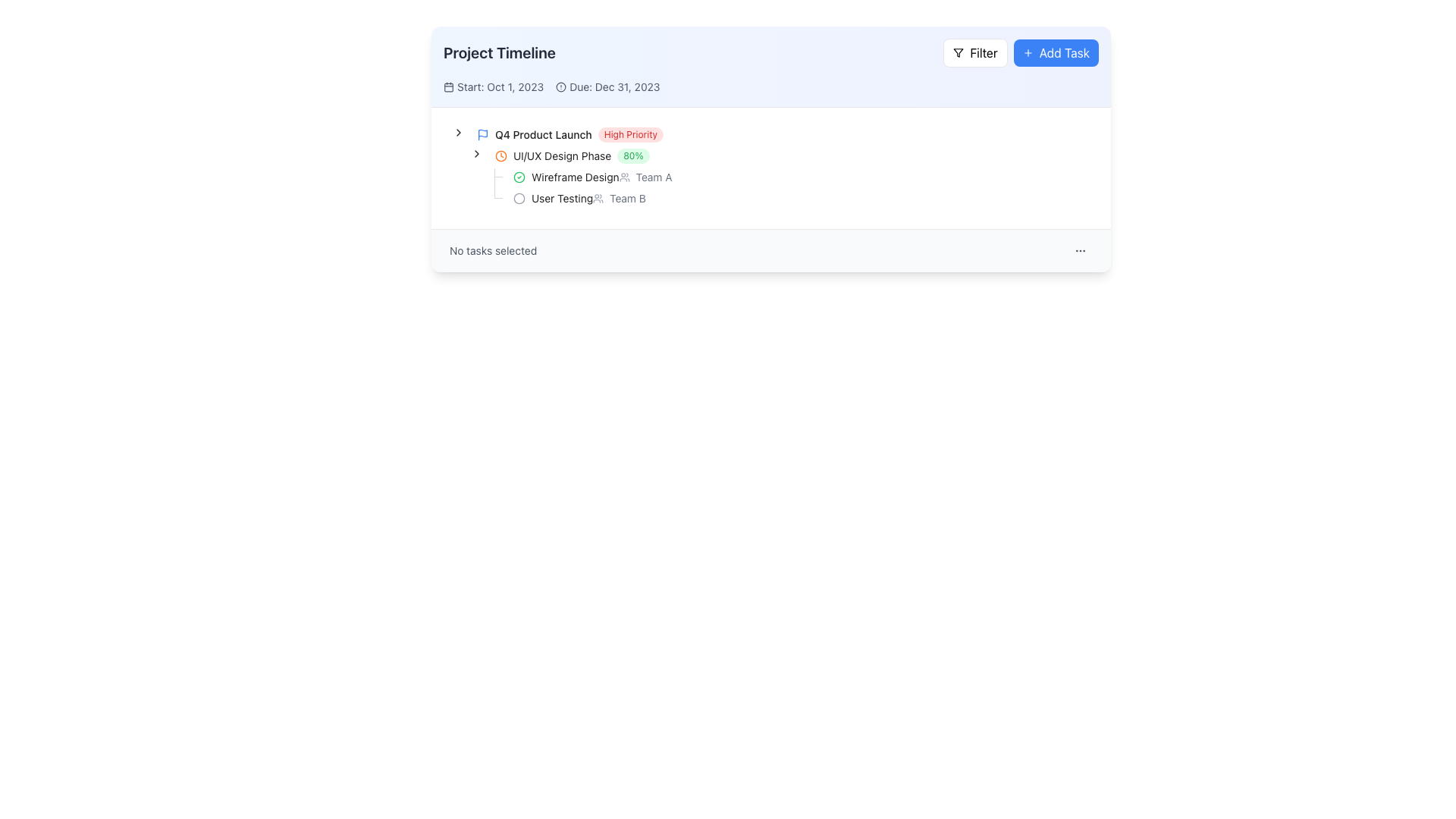  I want to click on the team icon indicating 'Team B' in the 'User Testing' row under the 'UI/UX Design Phase' section, so click(598, 198).